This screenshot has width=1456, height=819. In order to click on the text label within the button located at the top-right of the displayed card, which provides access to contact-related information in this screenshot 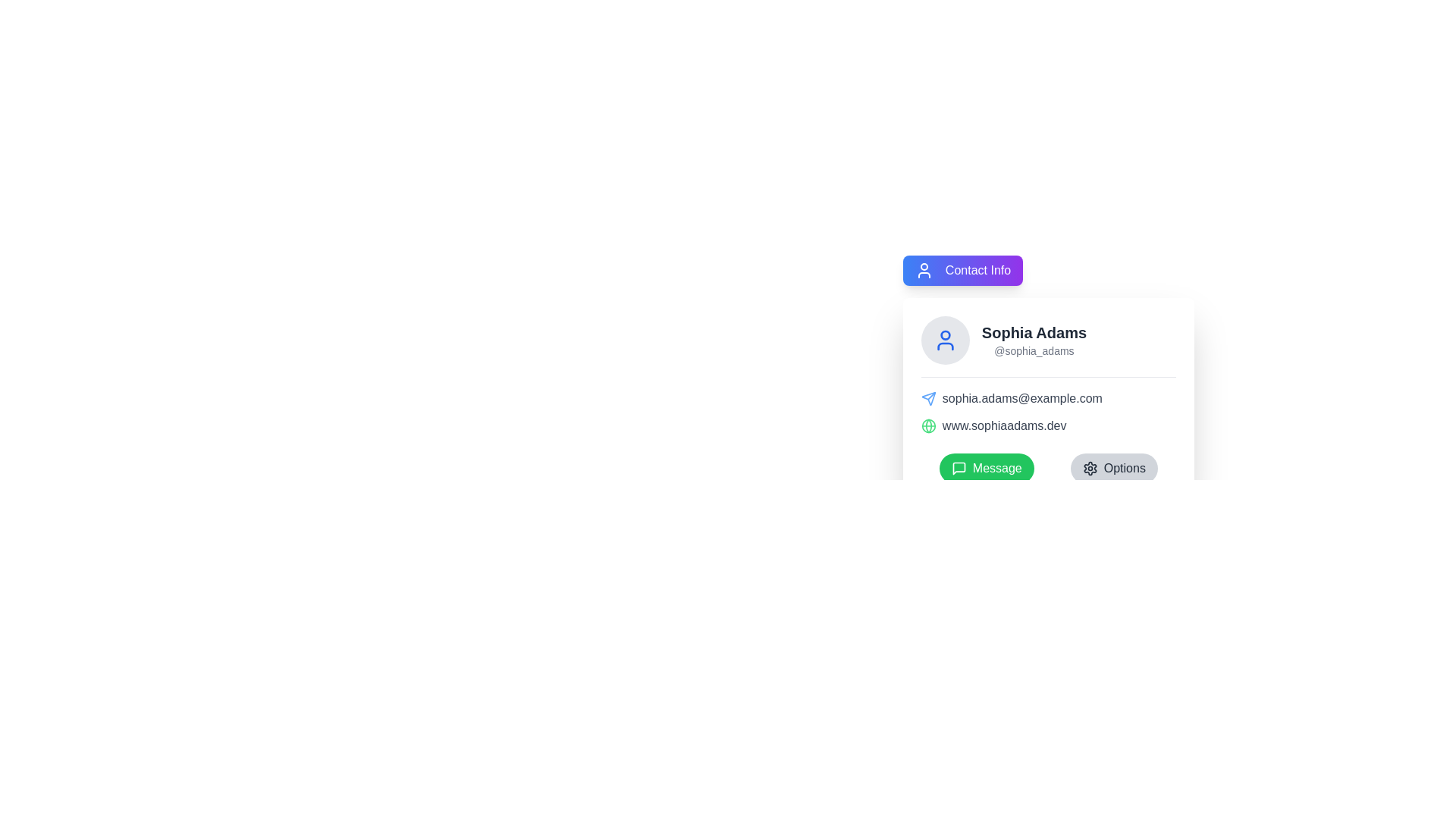, I will do `click(978, 270)`.